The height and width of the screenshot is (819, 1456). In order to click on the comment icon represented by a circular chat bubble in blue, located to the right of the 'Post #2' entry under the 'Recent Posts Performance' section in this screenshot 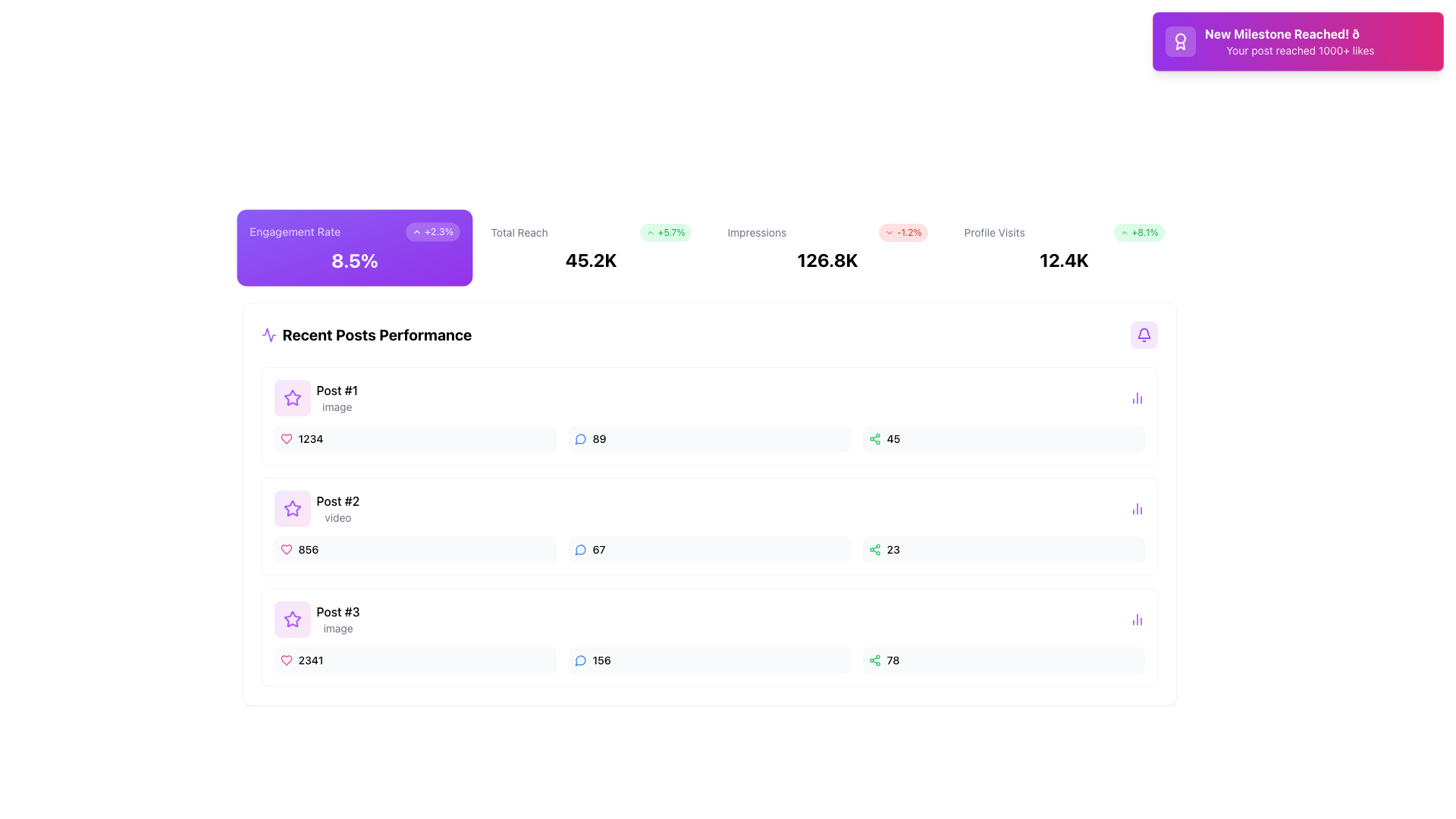, I will do `click(579, 439)`.